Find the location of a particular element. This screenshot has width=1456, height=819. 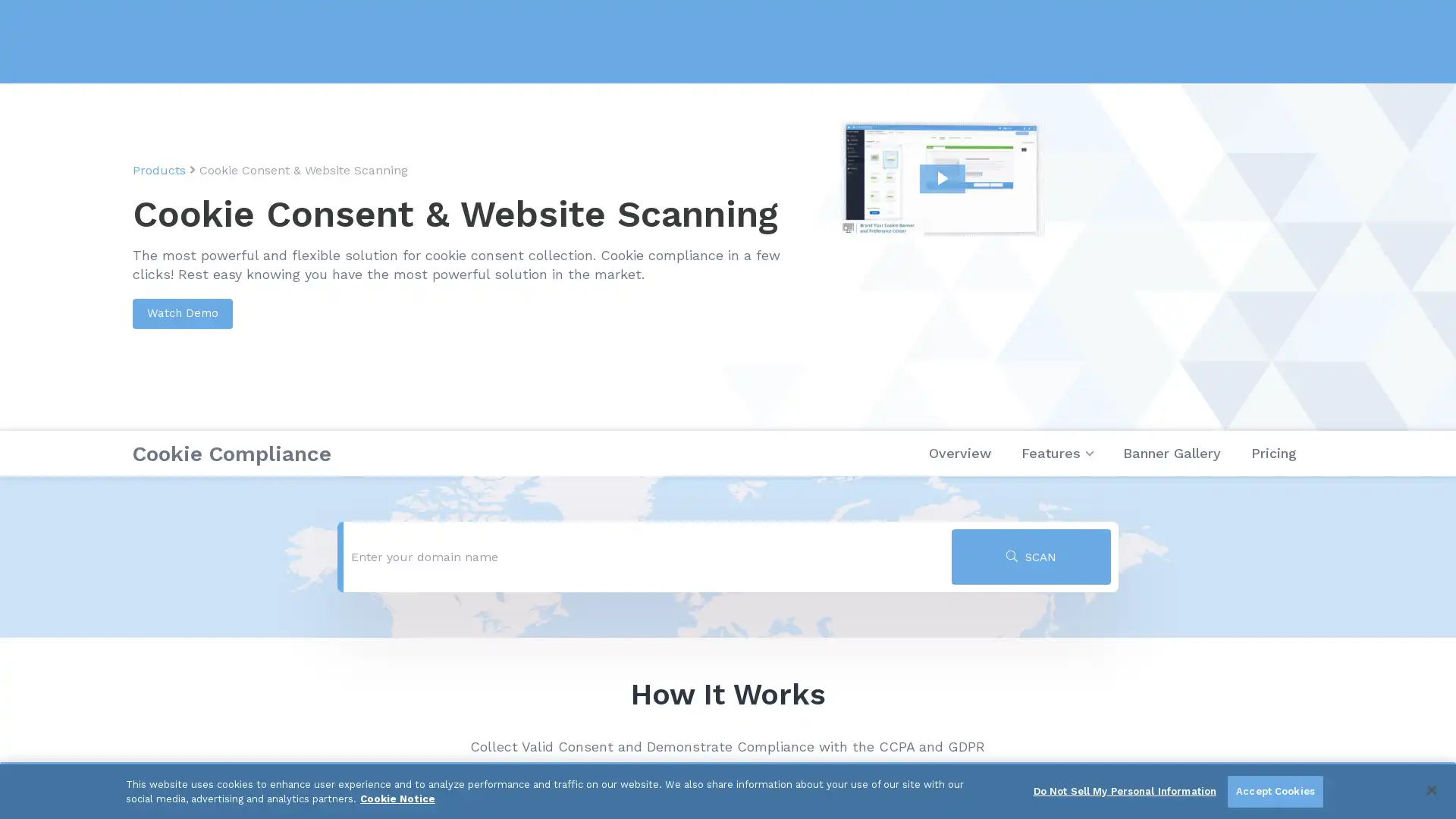

Close is located at coordinates (1430, 789).